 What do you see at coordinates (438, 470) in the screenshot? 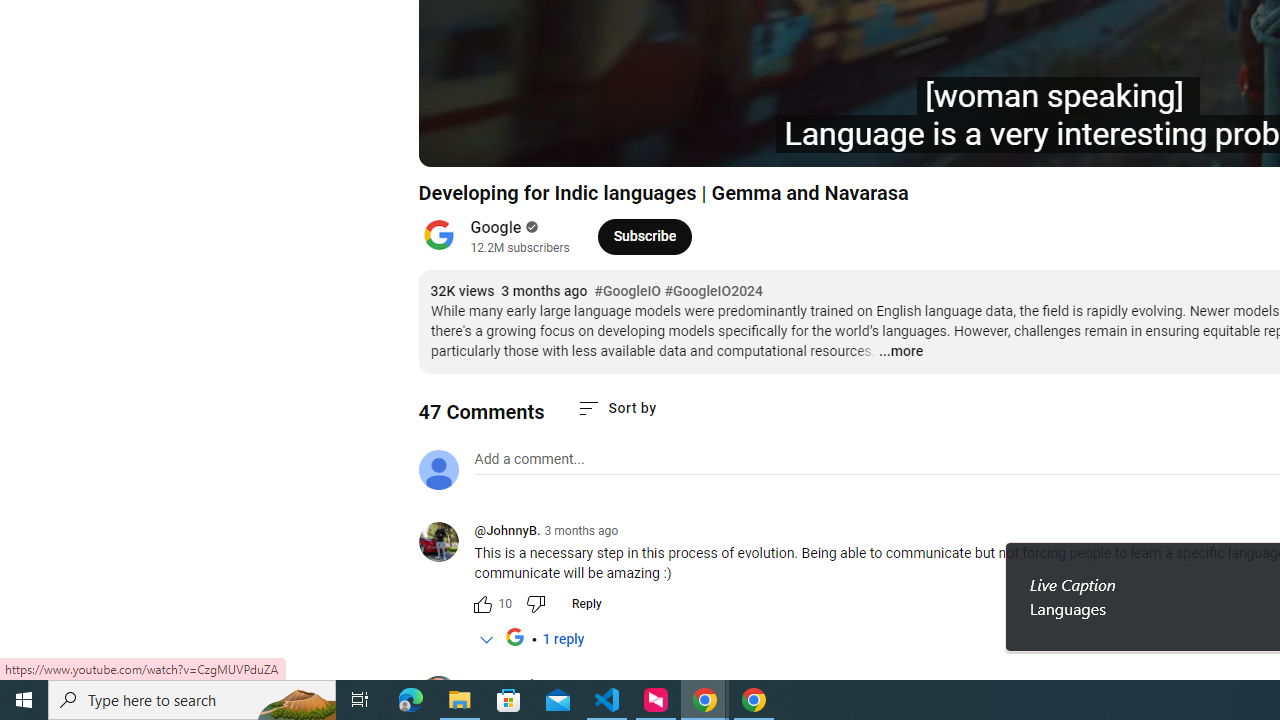
I see `'Default profile photo'` at bounding box center [438, 470].